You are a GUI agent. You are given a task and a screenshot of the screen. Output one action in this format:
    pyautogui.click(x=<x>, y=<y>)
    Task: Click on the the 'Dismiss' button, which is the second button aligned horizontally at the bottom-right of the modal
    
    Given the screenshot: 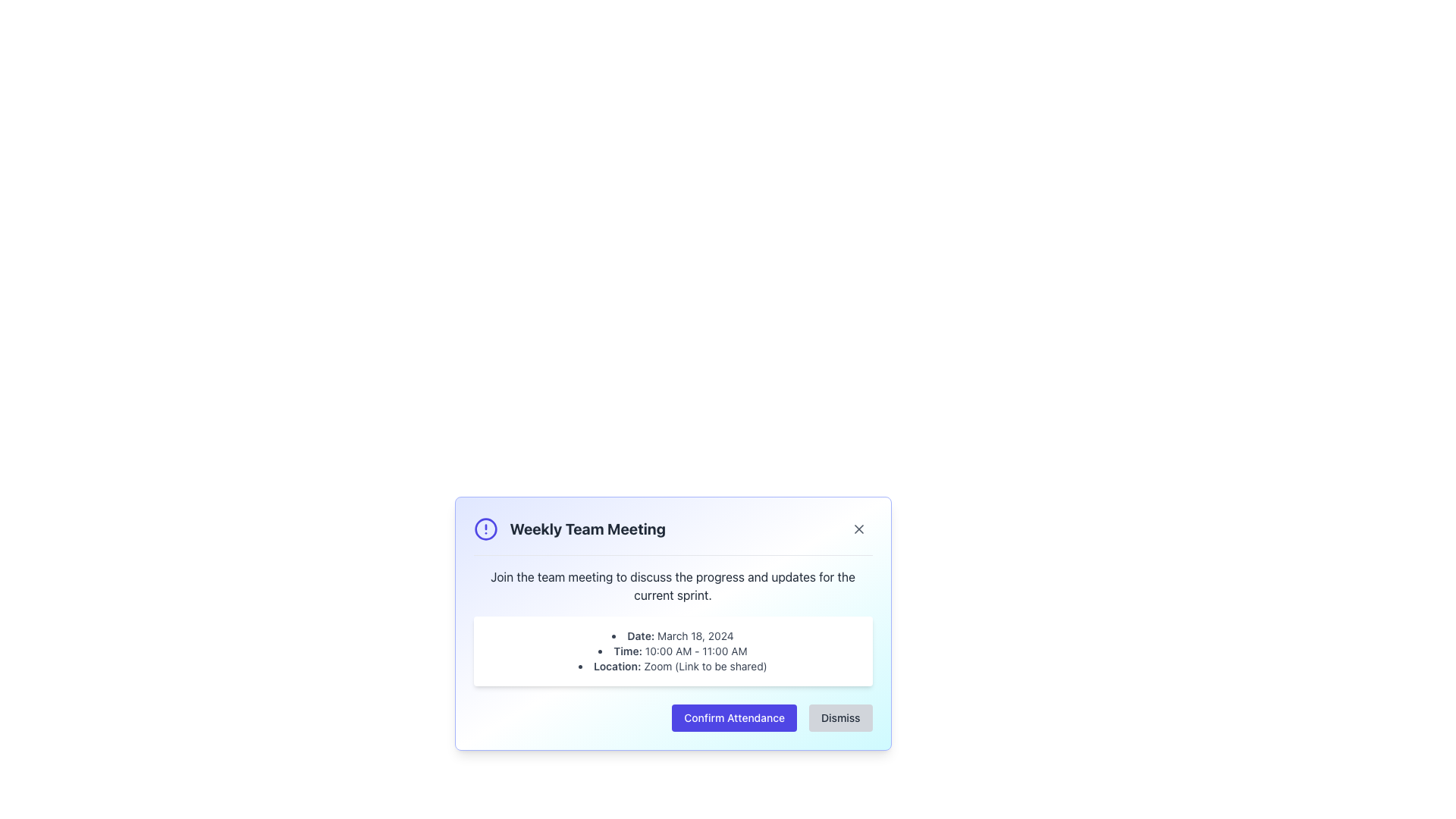 What is the action you would take?
    pyautogui.click(x=839, y=717)
    